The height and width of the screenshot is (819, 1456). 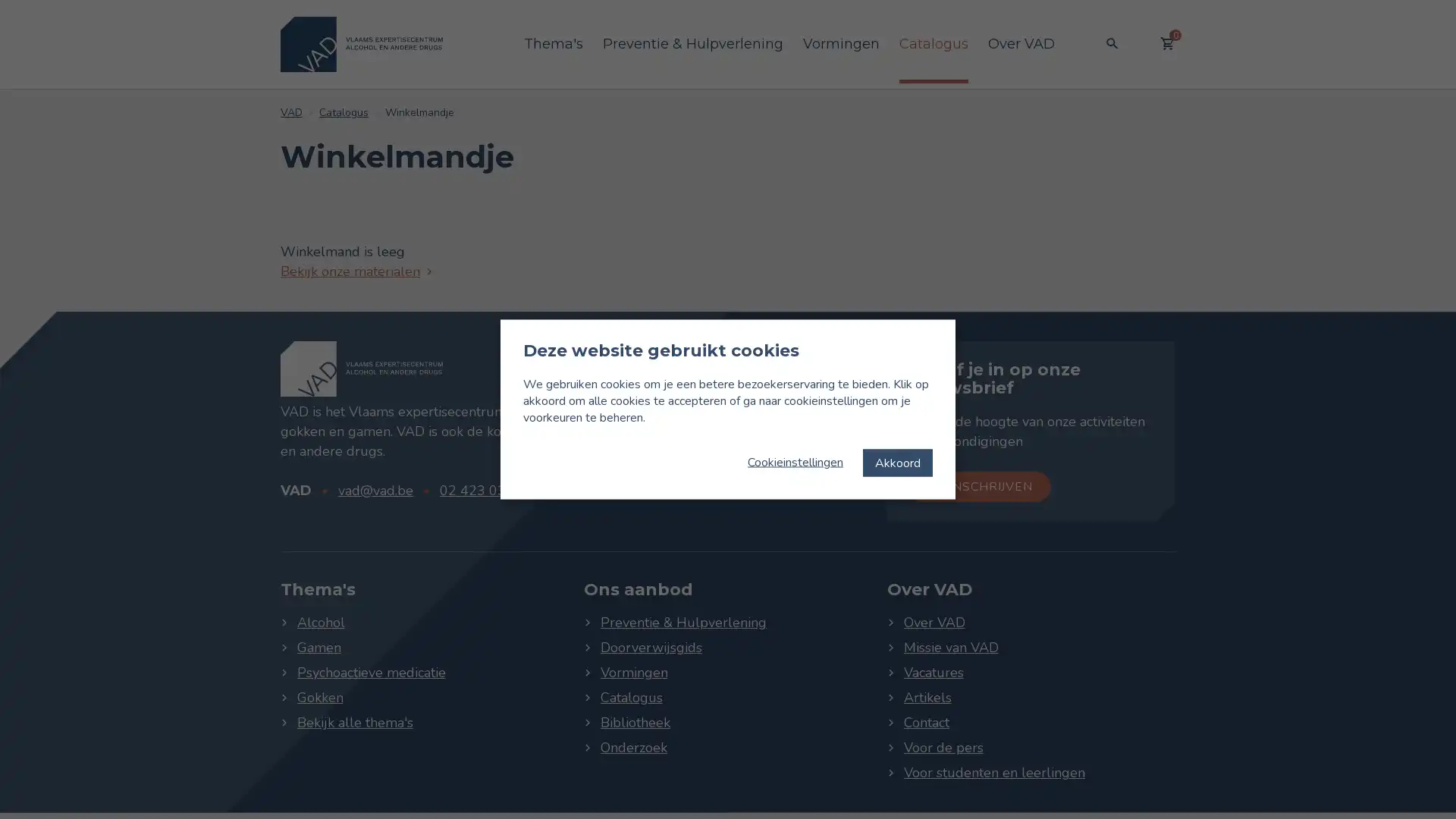 What do you see at coordinates (898, 461) in the screenshot?
I see `Akkoord` at bounding box center [898, 461].